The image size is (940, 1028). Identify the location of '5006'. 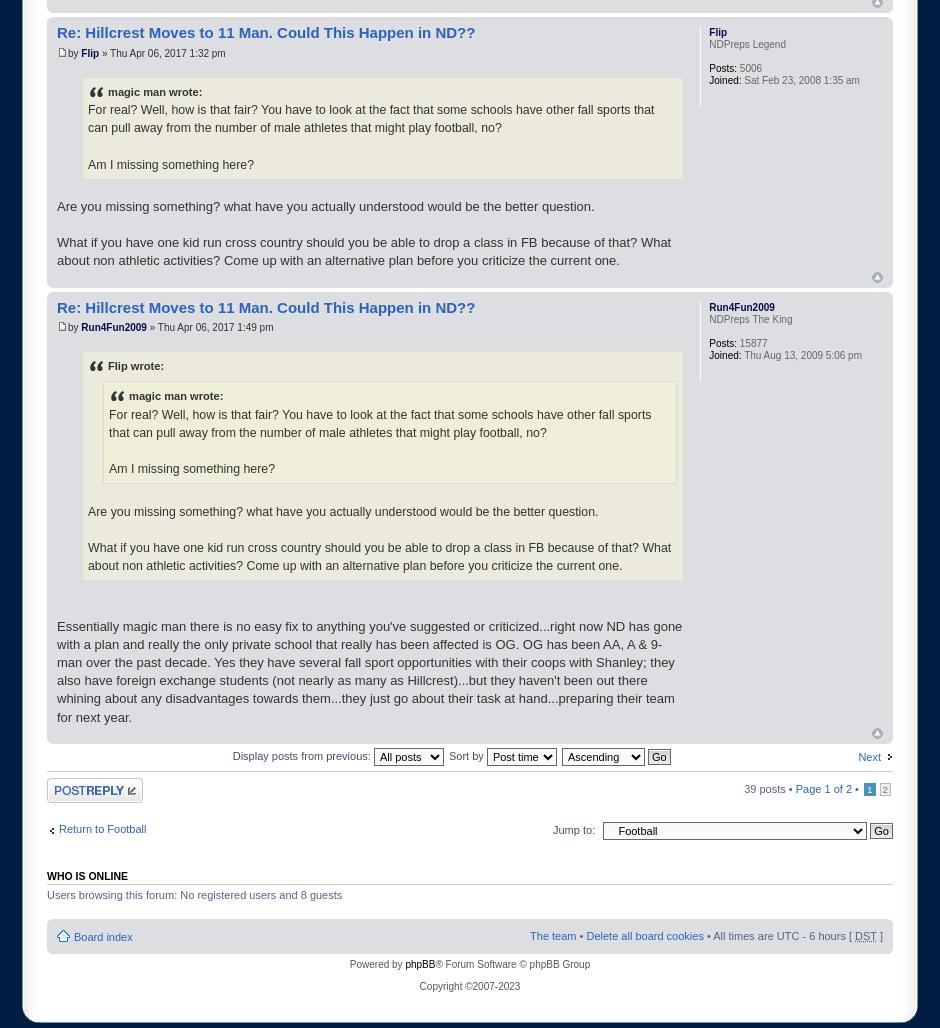
(748, 67).